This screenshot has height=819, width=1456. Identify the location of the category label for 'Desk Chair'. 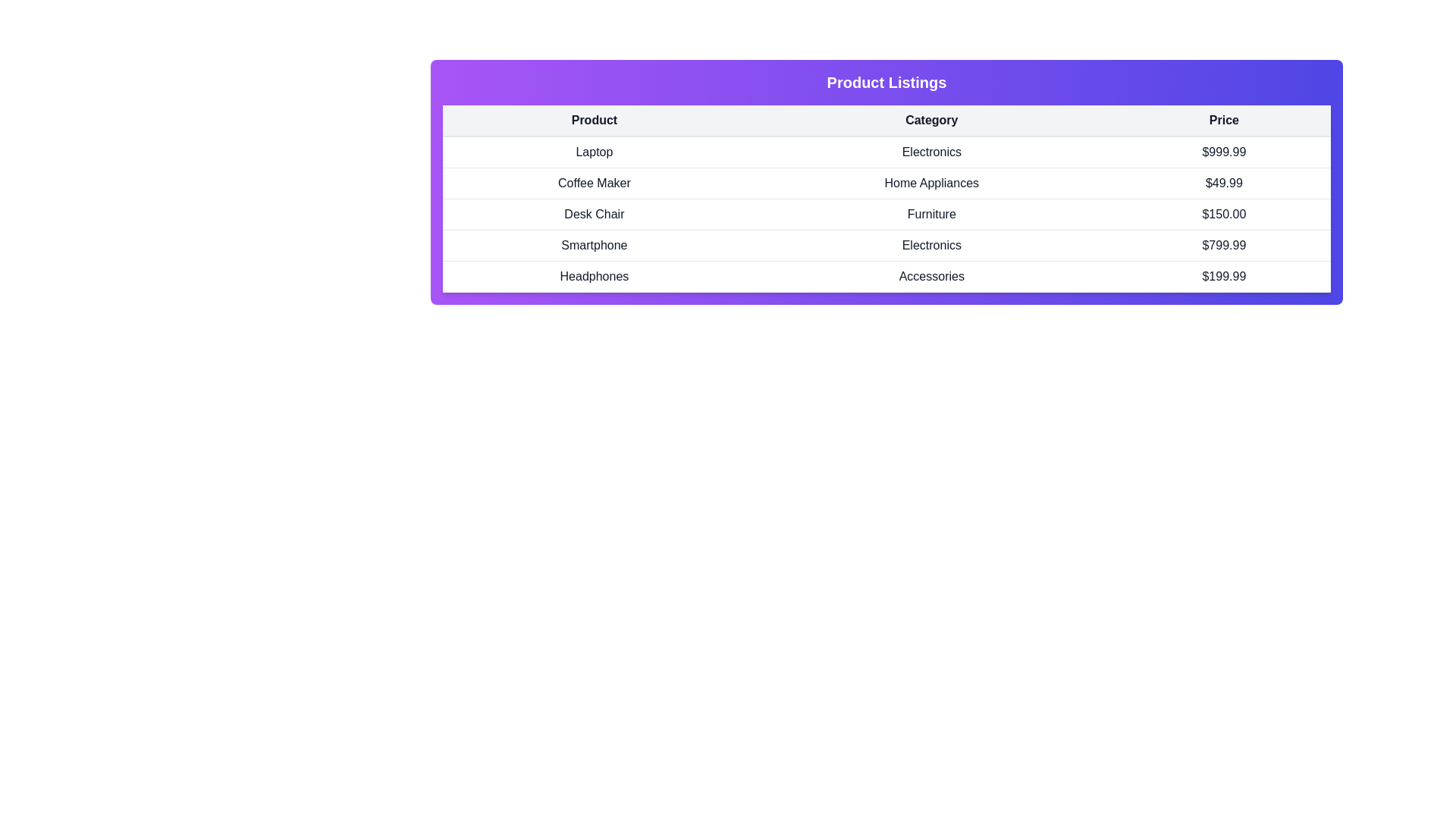
(930, 214).